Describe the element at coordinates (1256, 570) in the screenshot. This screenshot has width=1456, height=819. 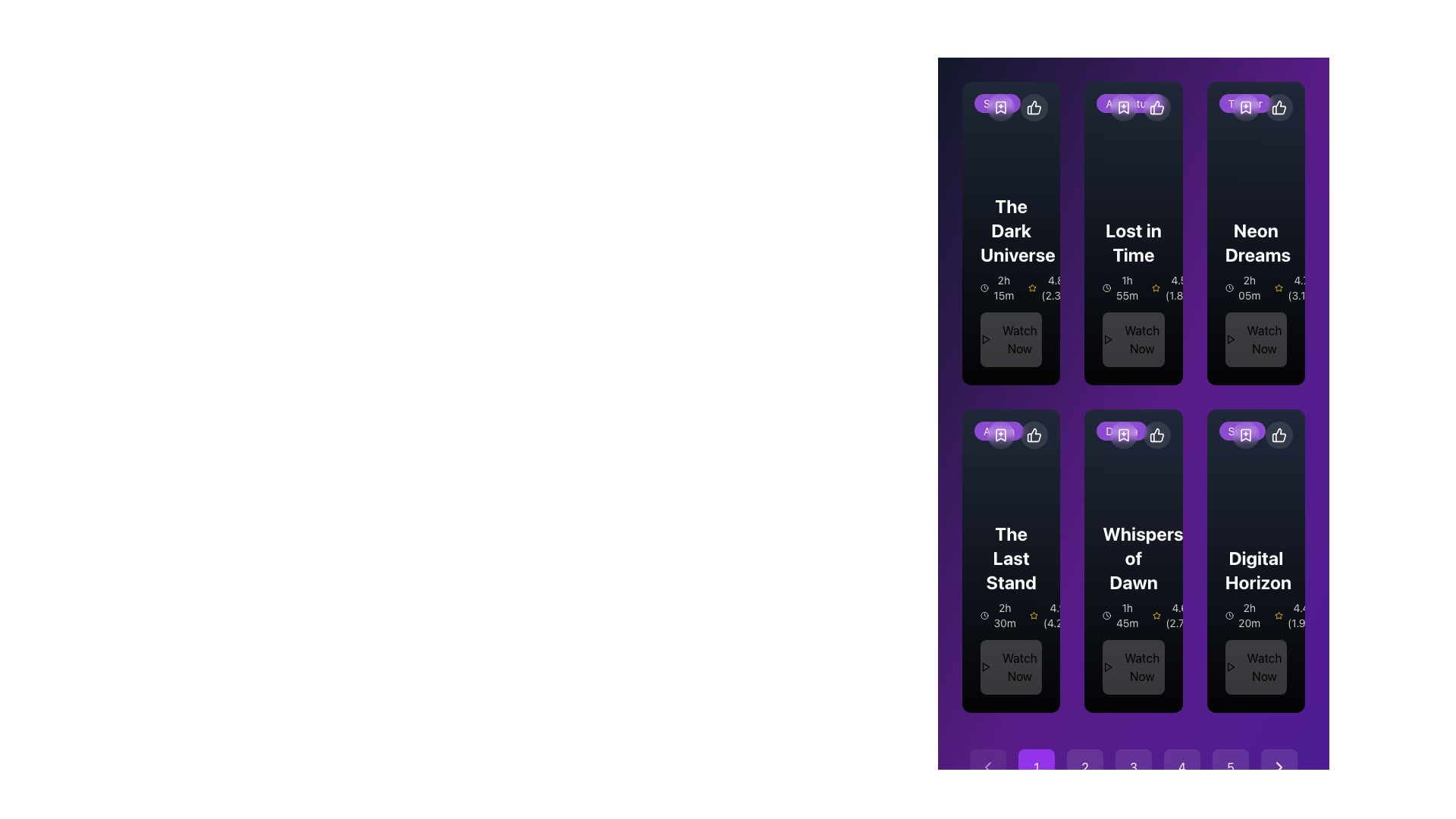
I see `the text label displaying the title of the featured content item, located in the last column of the second row in a grid layout` at that location.